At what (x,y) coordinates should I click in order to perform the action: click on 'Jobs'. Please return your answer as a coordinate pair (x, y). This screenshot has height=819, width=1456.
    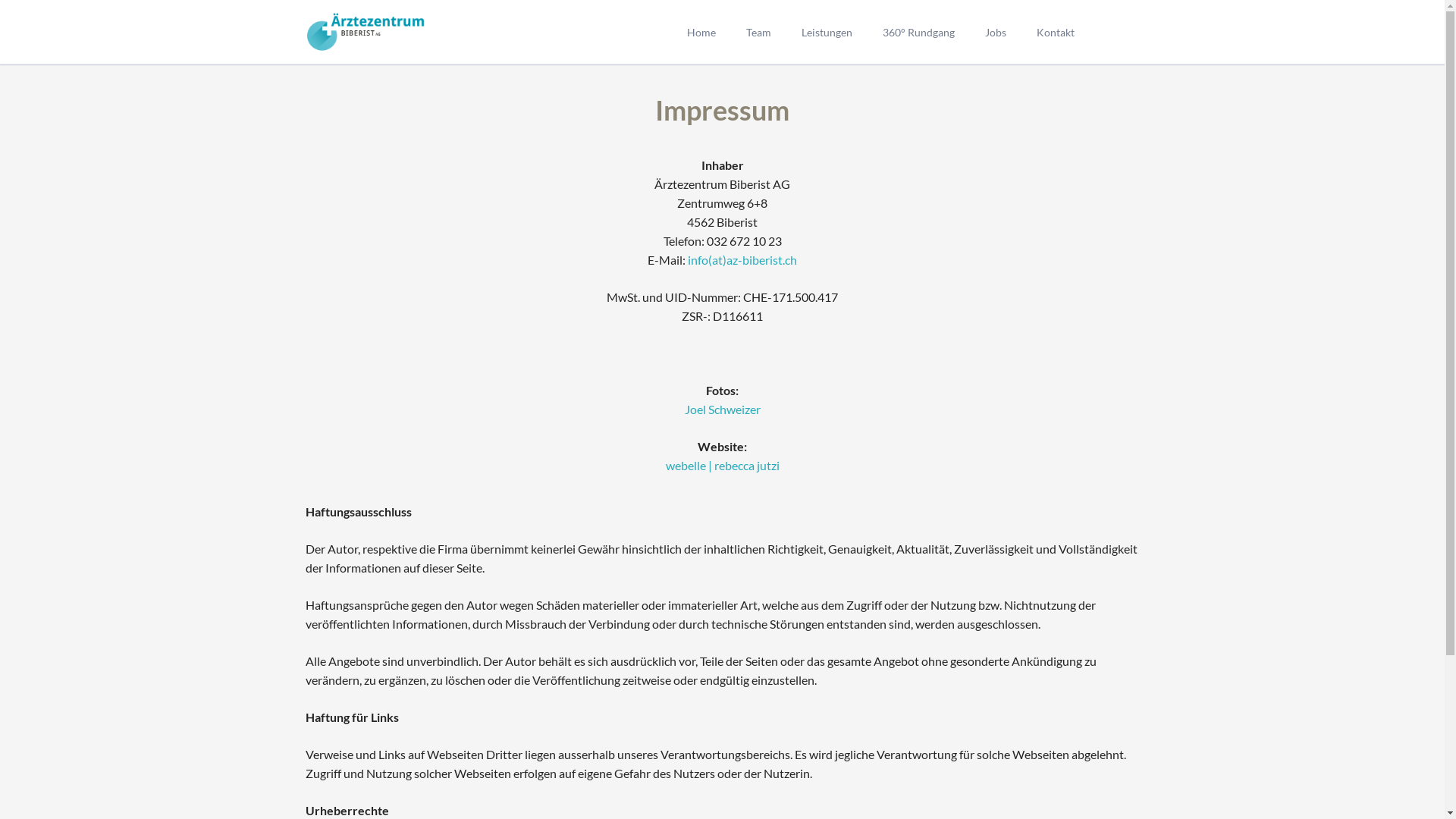
    Looking at the image, I should click on (994, 32).